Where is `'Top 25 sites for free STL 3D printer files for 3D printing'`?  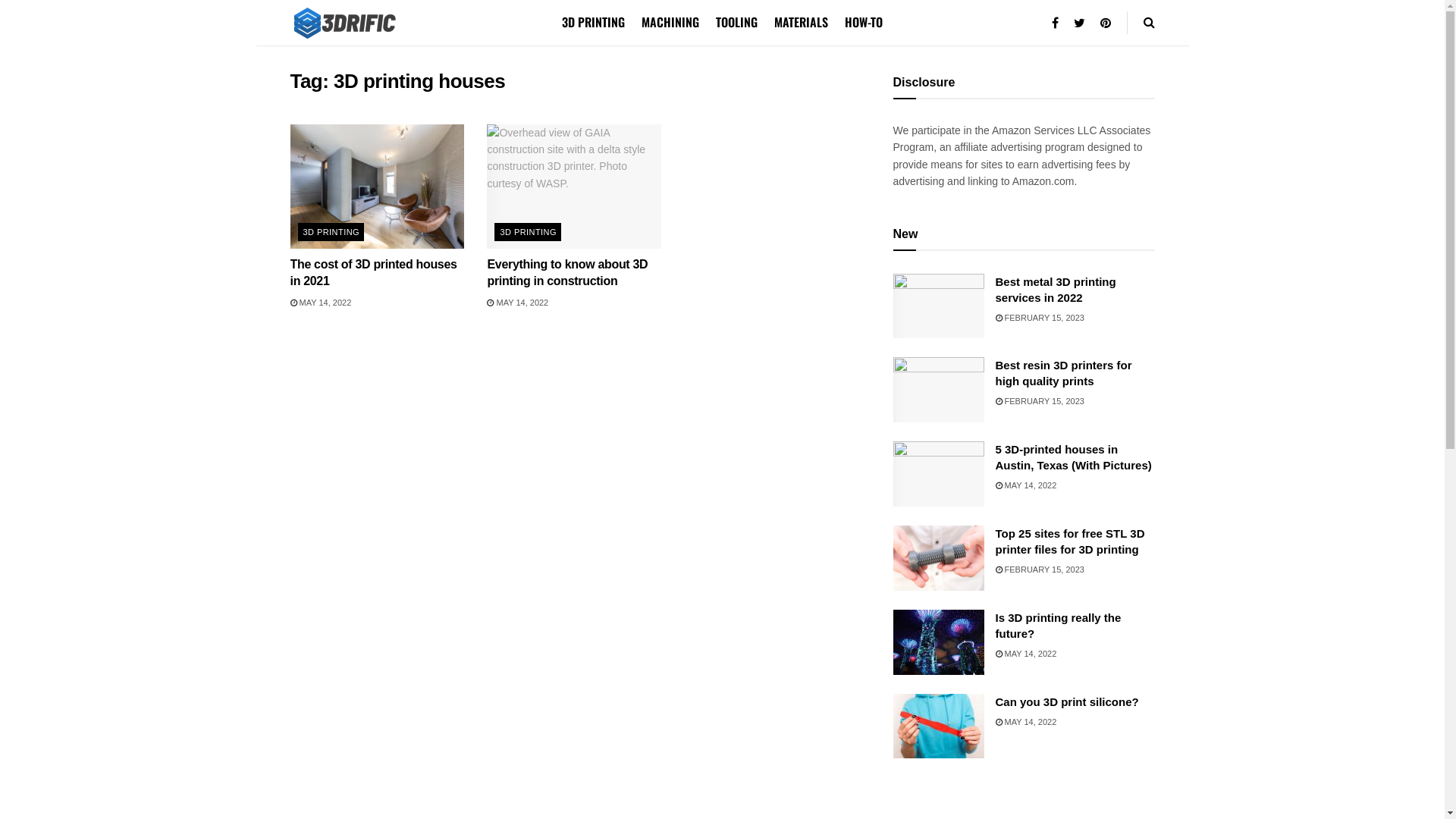 'Top 25 sites for free STL 3D printer files for 3D printing' is located at coordinates (1068, 540).